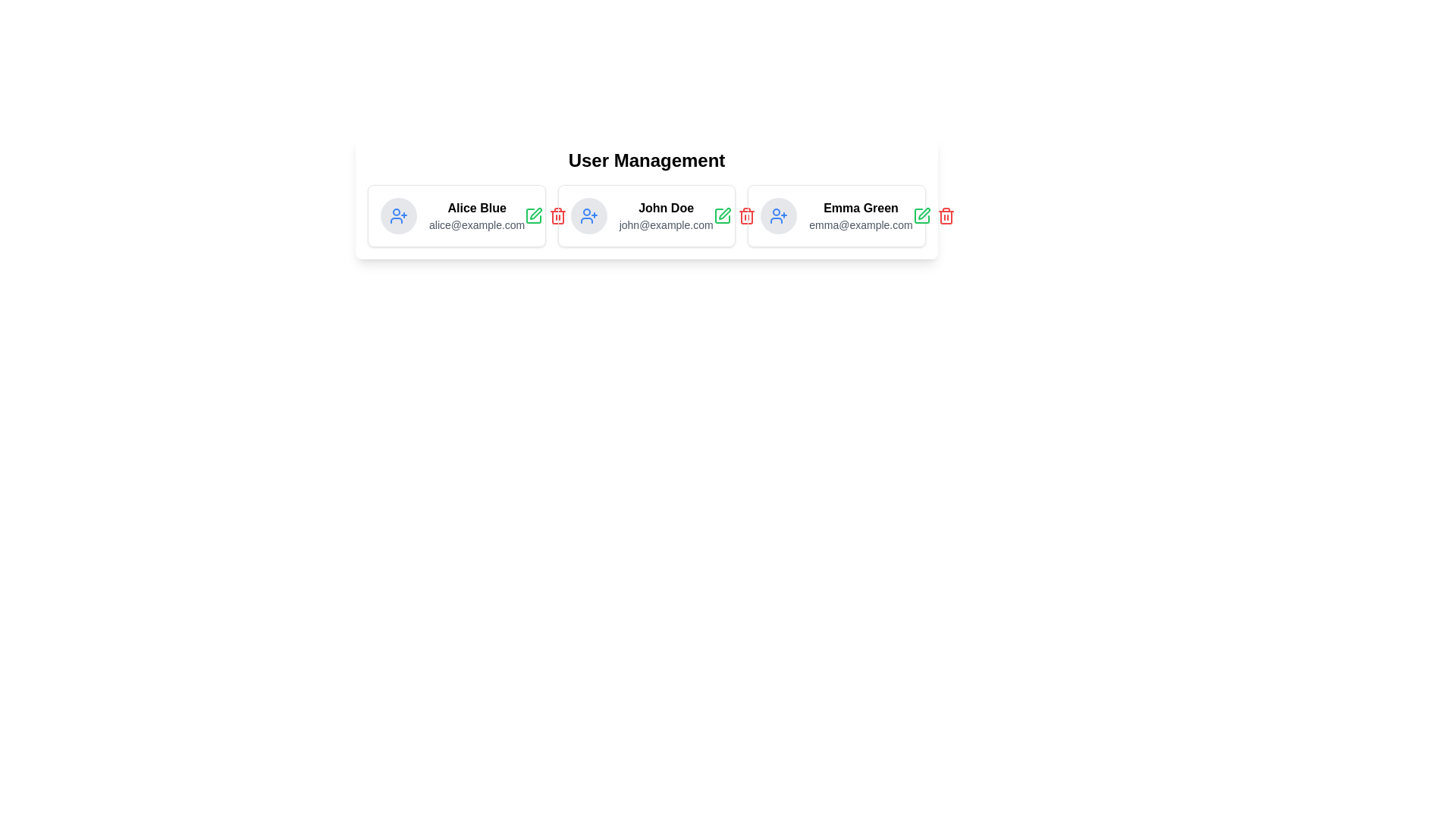 This screenshot has height=819, width=1456. What do you see at coordinates (779, 216) in the screenshot?
I see `the user addition icon located at the center of the second card above the text labeled 'John Doe'` at bounding box center [779, 216].